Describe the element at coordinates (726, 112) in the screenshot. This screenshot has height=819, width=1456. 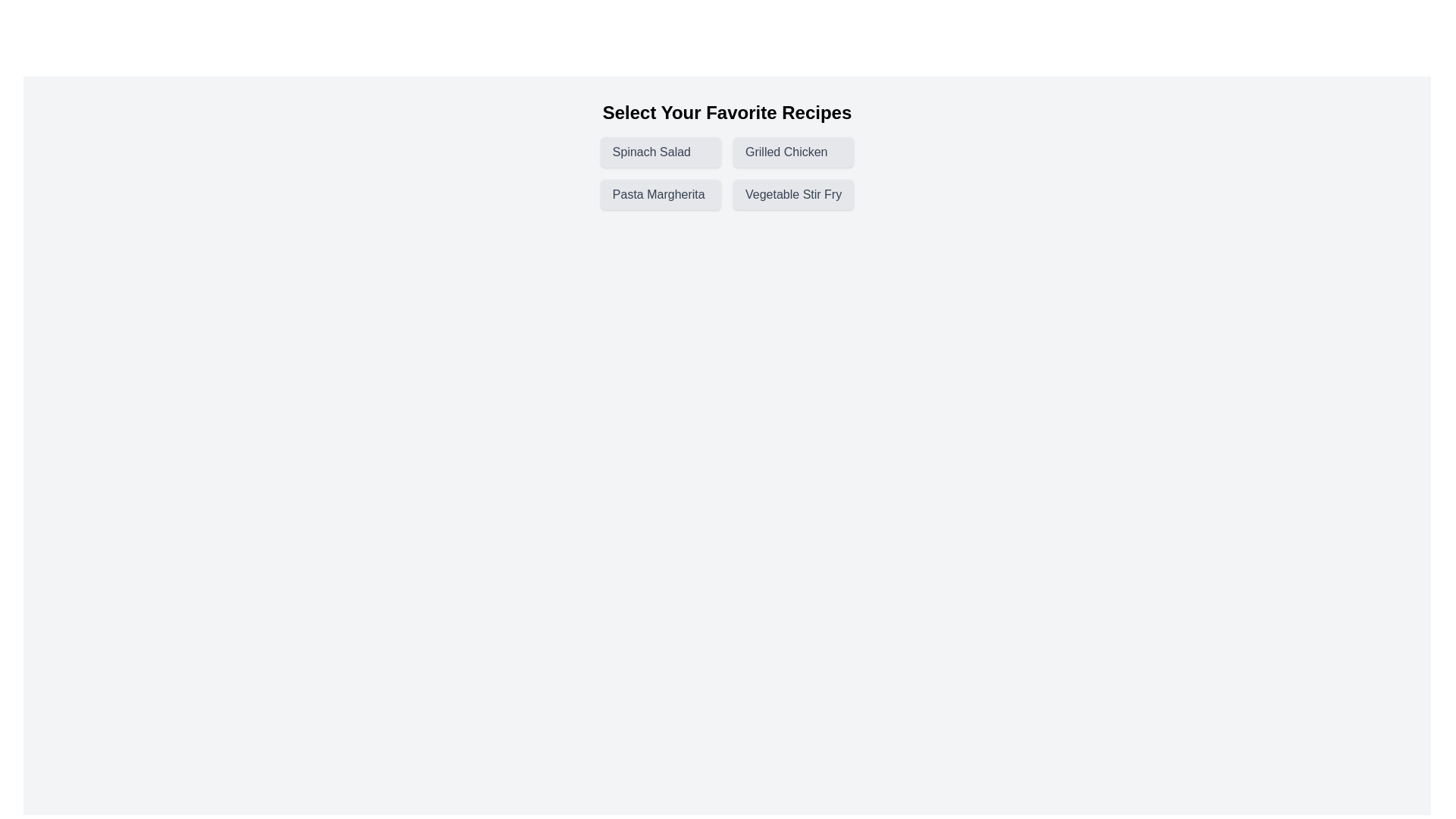
I see `the header text 'Select Your Favorite Recipes'` at that location.